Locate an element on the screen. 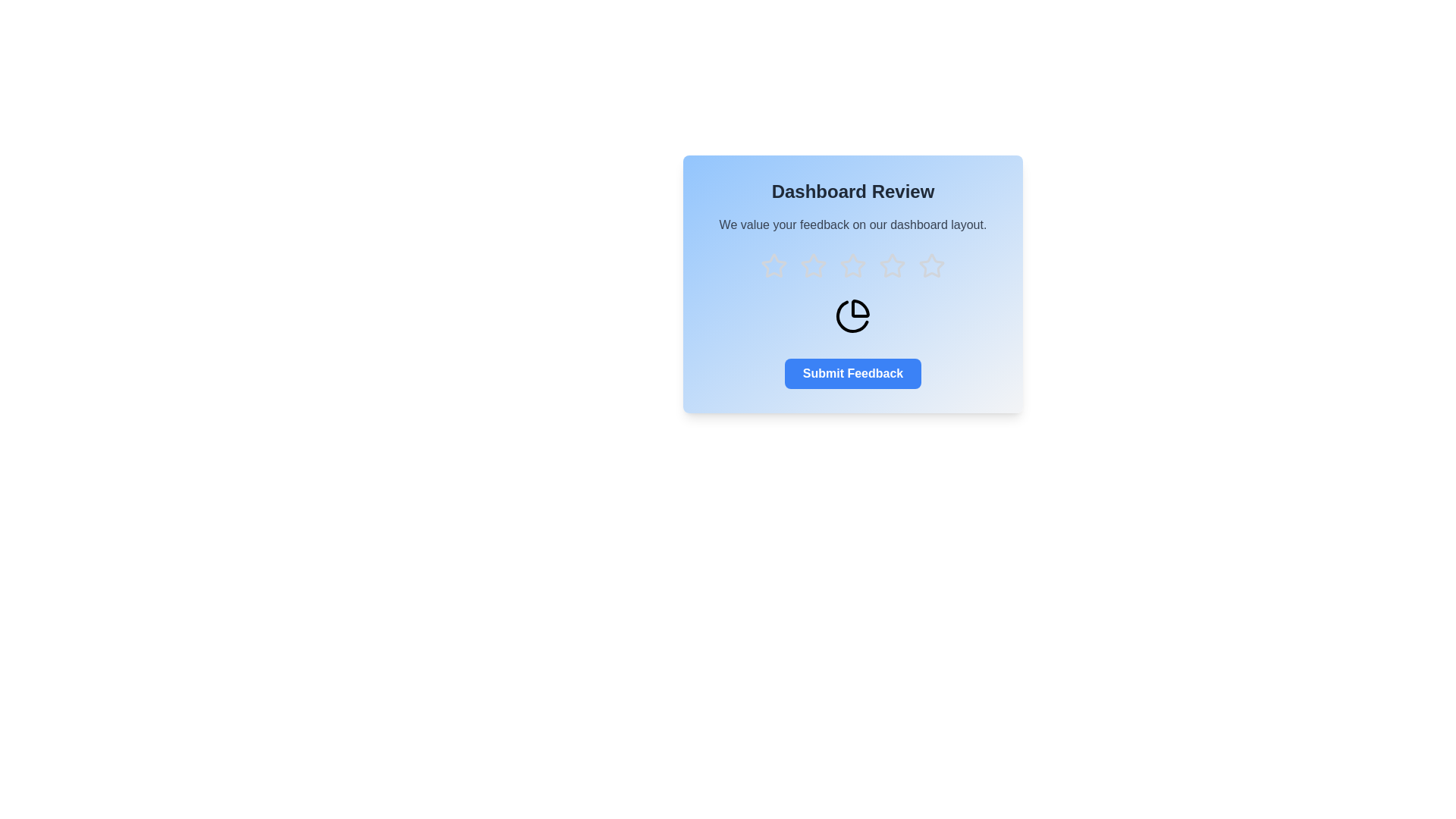  the star corresponding to the rating 4 is located at coordinates (892, 265).